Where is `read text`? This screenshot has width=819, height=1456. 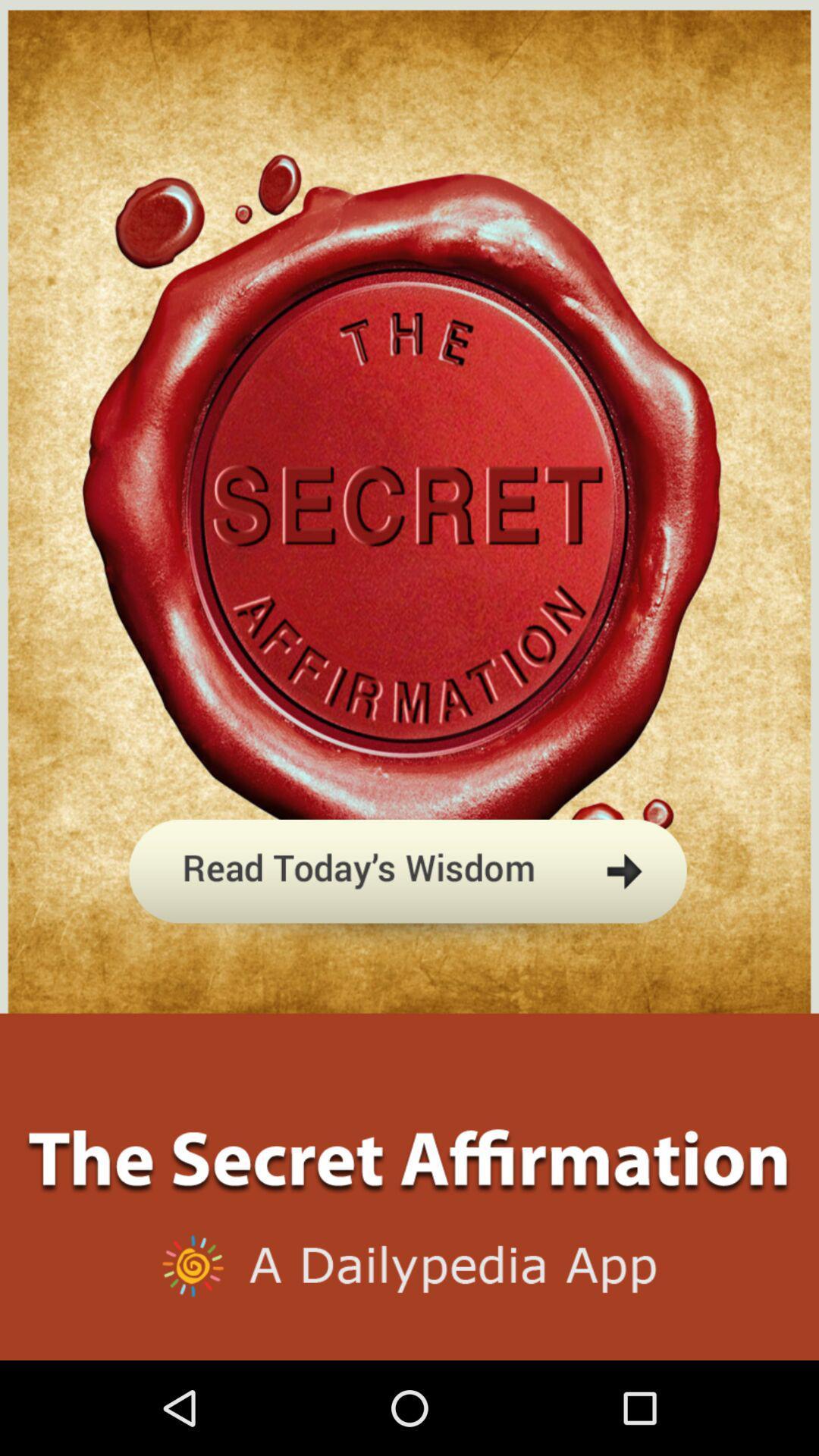
read text is located at coordinates (408, 943).